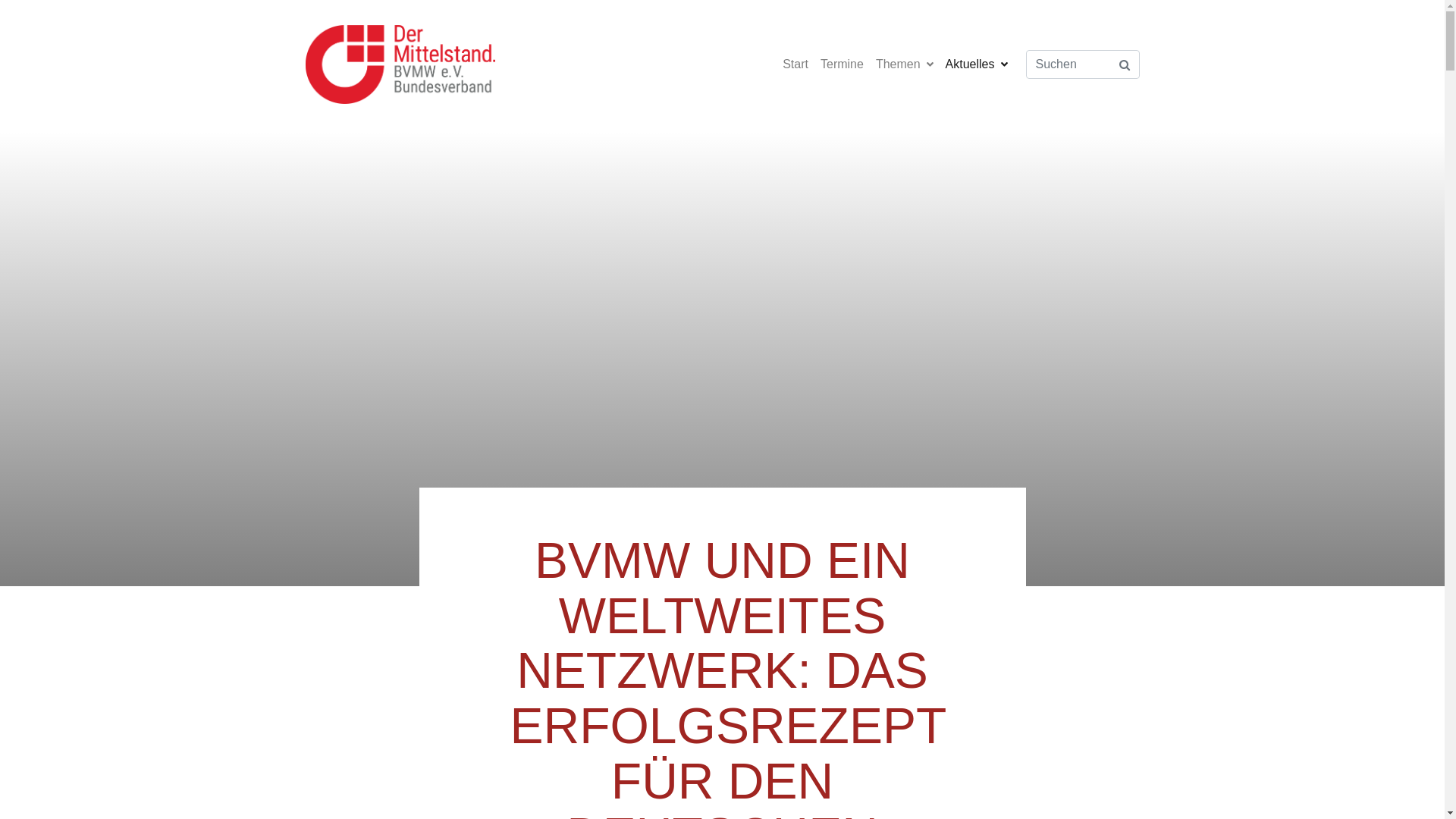 The height and width of the screenshot is (819, 1456). I want to click on 'Aktuelles', so click(976, 63).